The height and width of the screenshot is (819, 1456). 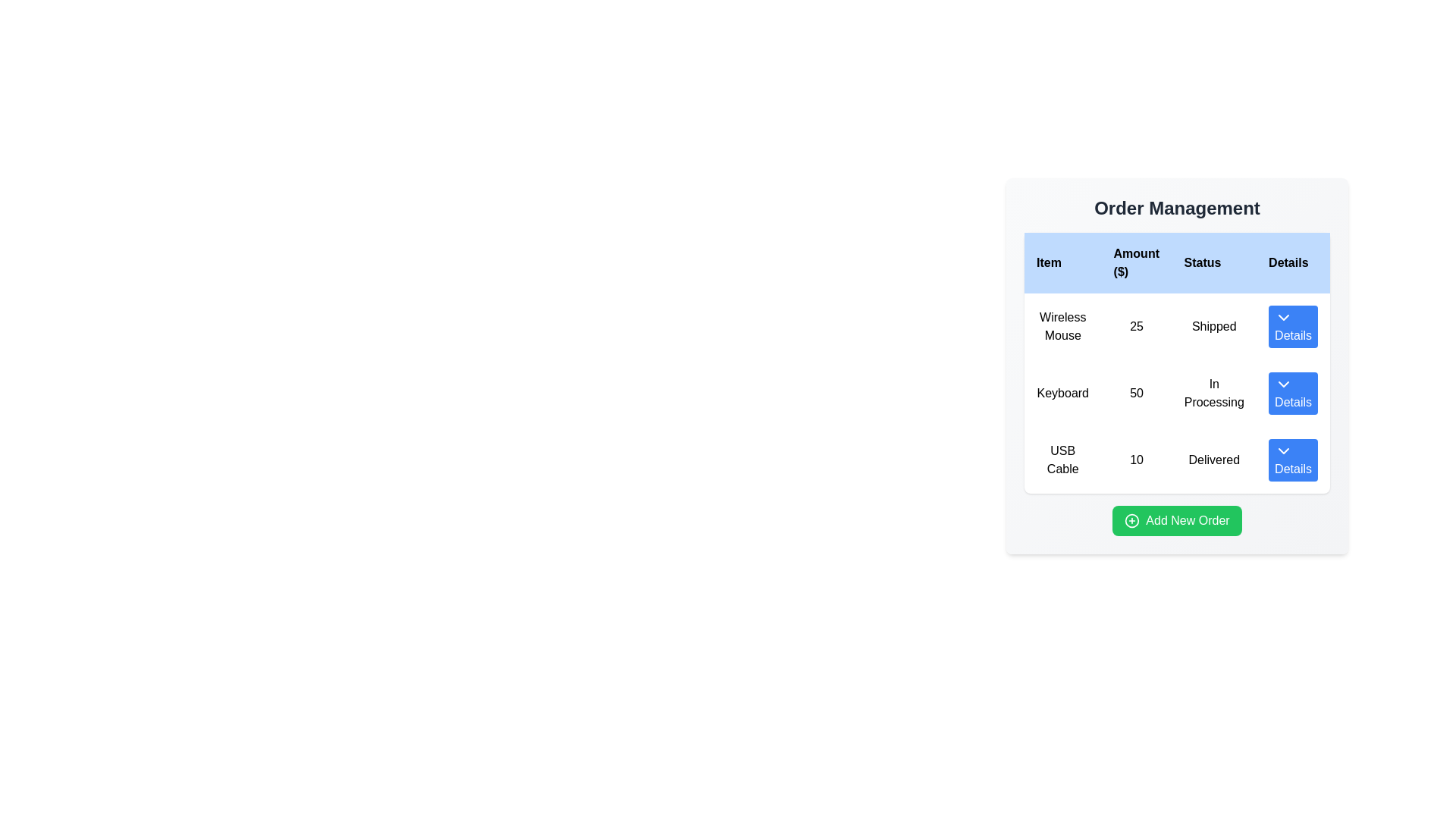 I want to click on the rectangular button with a blue background and white text reading 'Details', located in the 'Details' column of the first row for the 'Wireless Mouse' item, so click(x=1292, y=326).